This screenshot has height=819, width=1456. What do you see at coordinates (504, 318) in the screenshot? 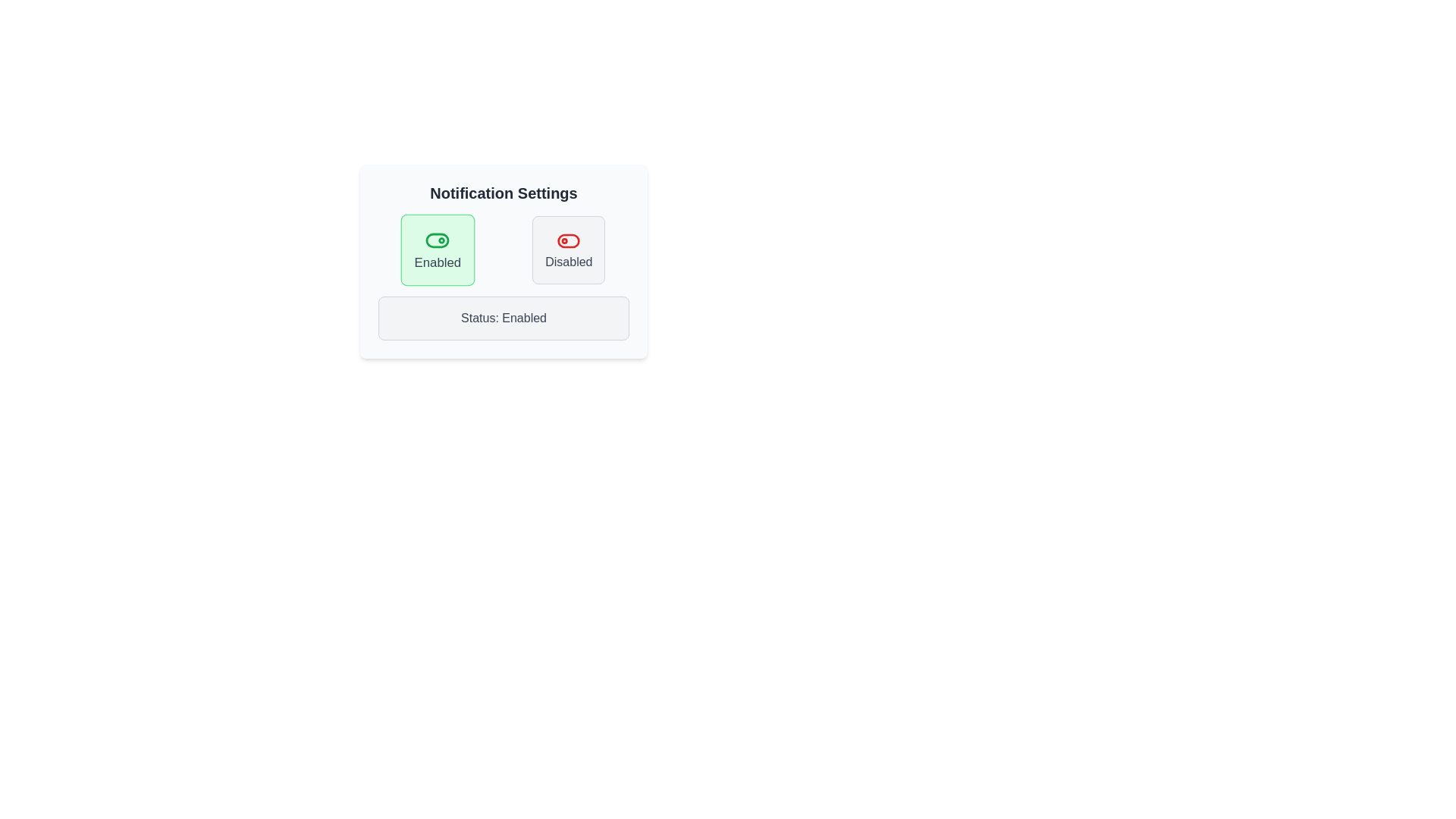
I see `the static text label indicating the current status, which is 'Enabled', located beneath the 'Notification Settings' heading and near the toggle buttons` at bounding box center [504, 318].